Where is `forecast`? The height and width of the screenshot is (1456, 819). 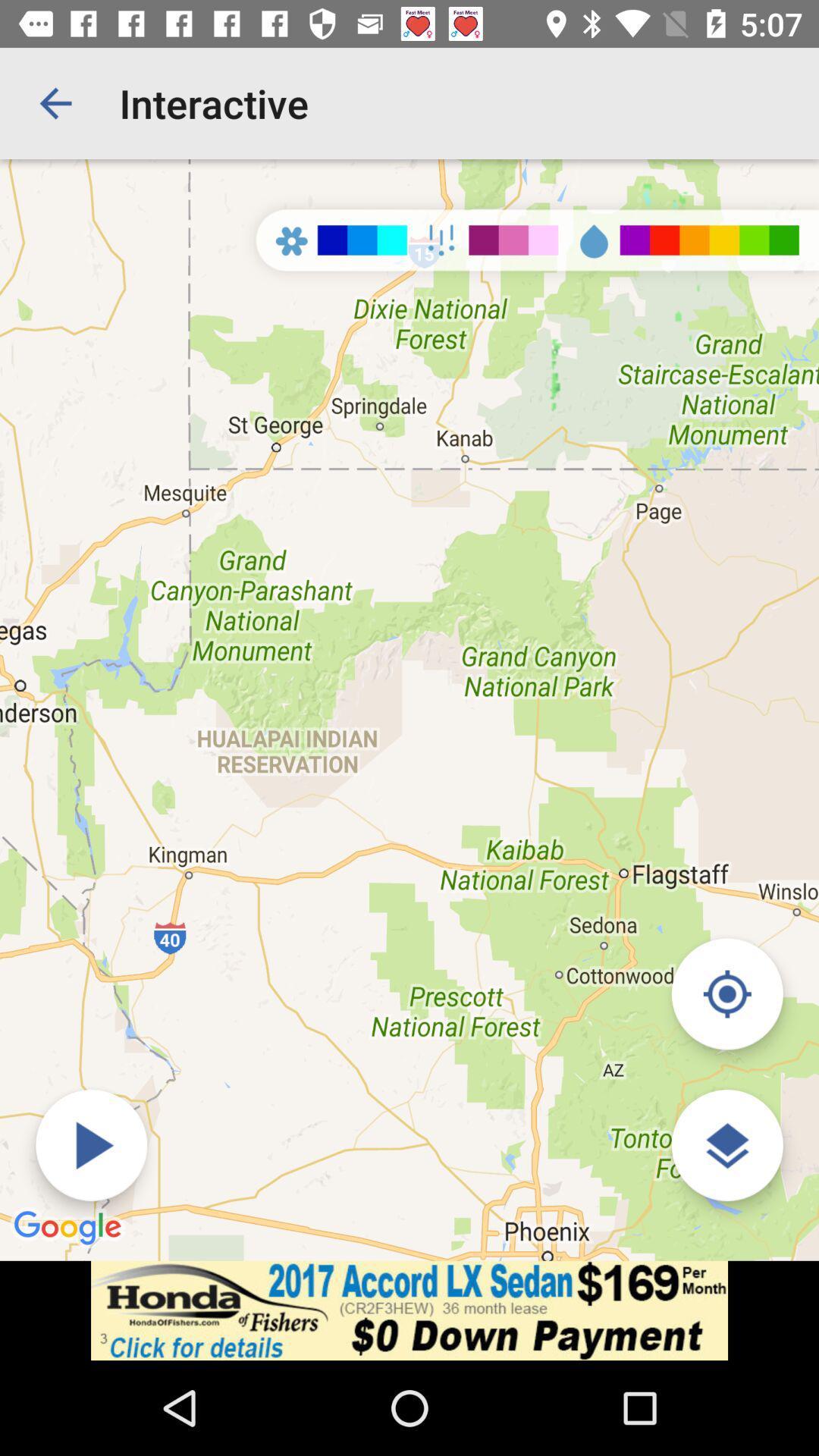 forecast is located at coordinates (91, 1145).